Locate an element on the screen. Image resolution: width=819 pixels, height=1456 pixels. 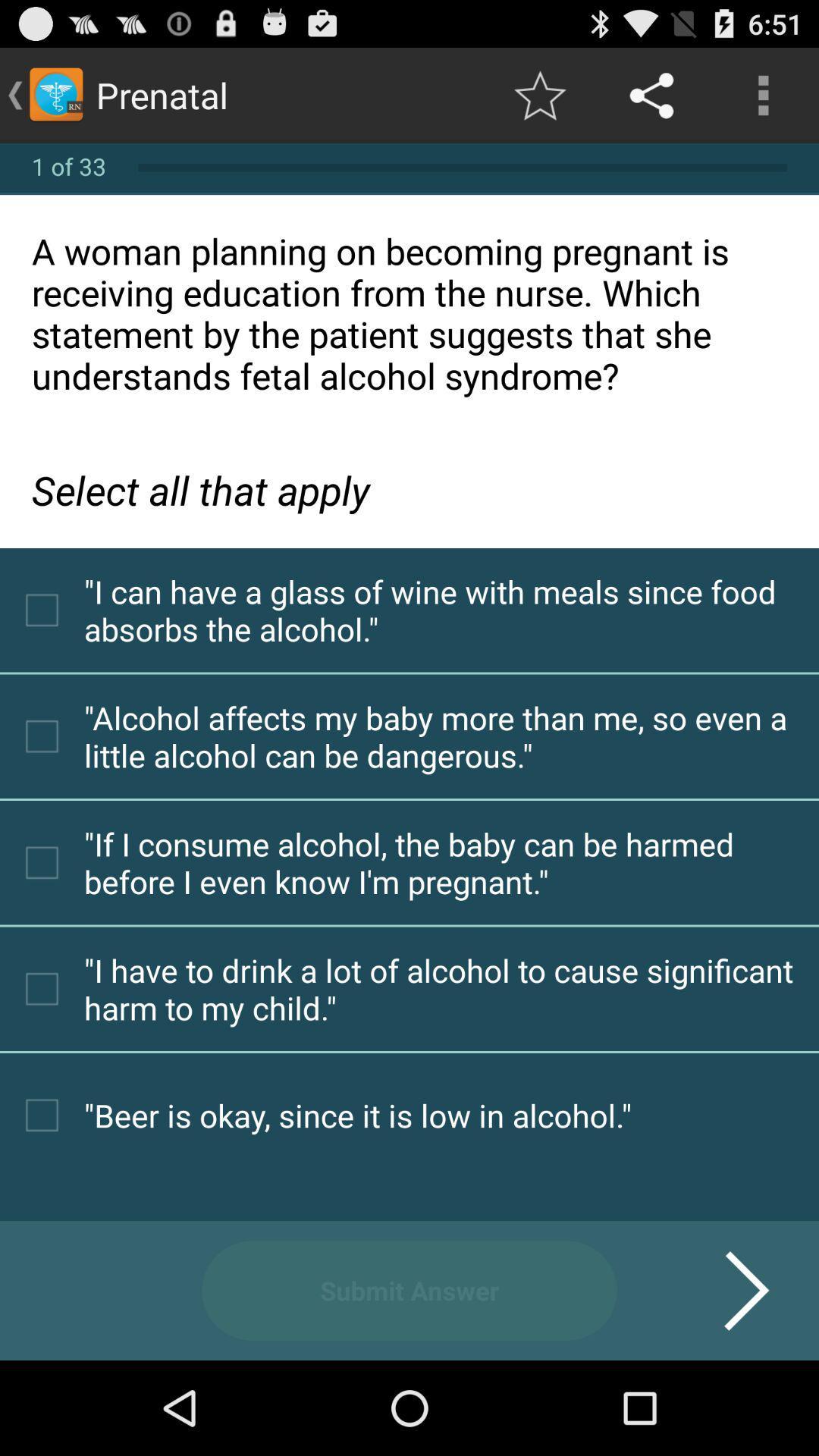
the submit answer item is located at coordinates (409, 1290).